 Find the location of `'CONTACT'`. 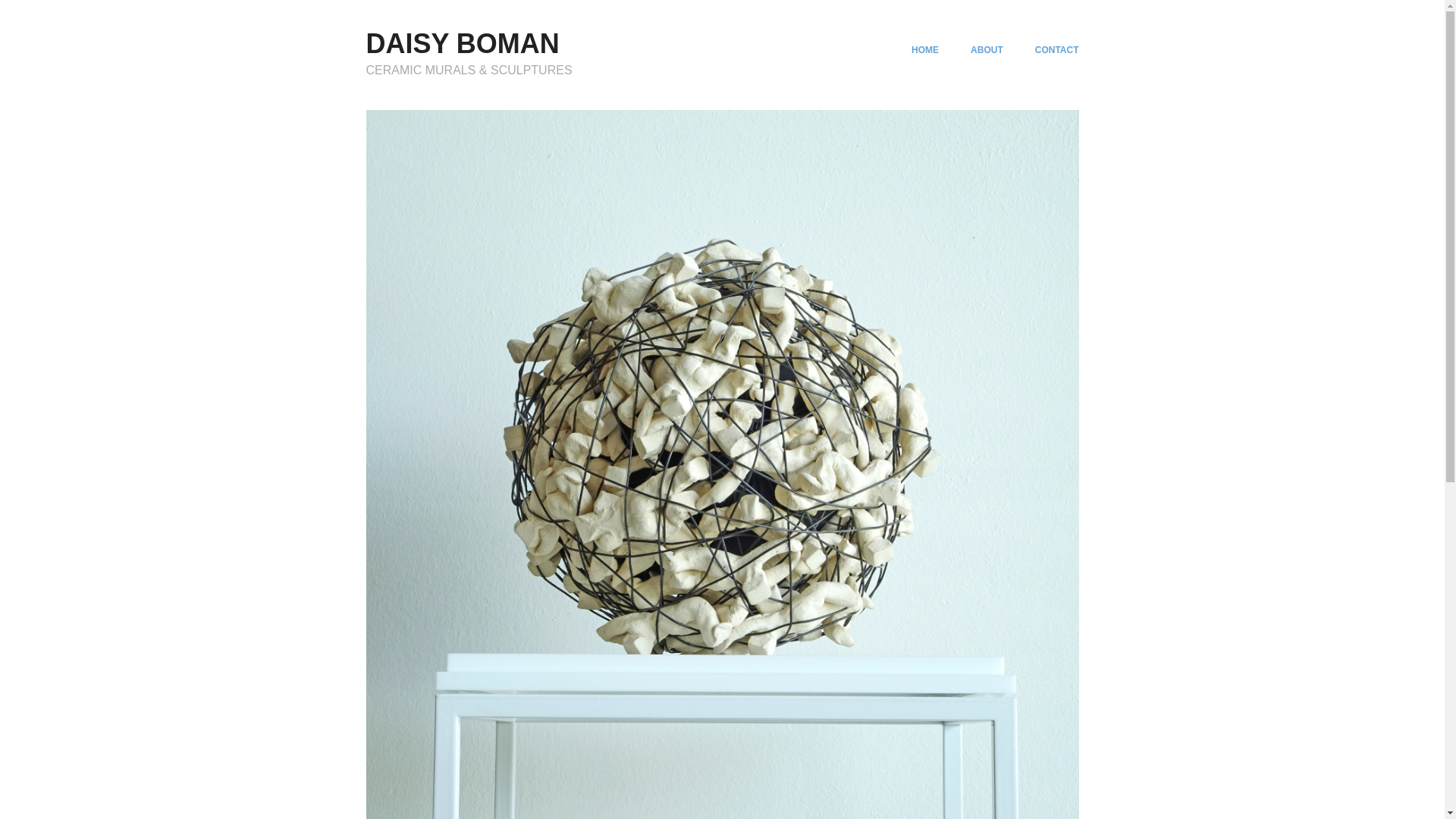

'CONTACT' is located at coordinates (1056, 49).